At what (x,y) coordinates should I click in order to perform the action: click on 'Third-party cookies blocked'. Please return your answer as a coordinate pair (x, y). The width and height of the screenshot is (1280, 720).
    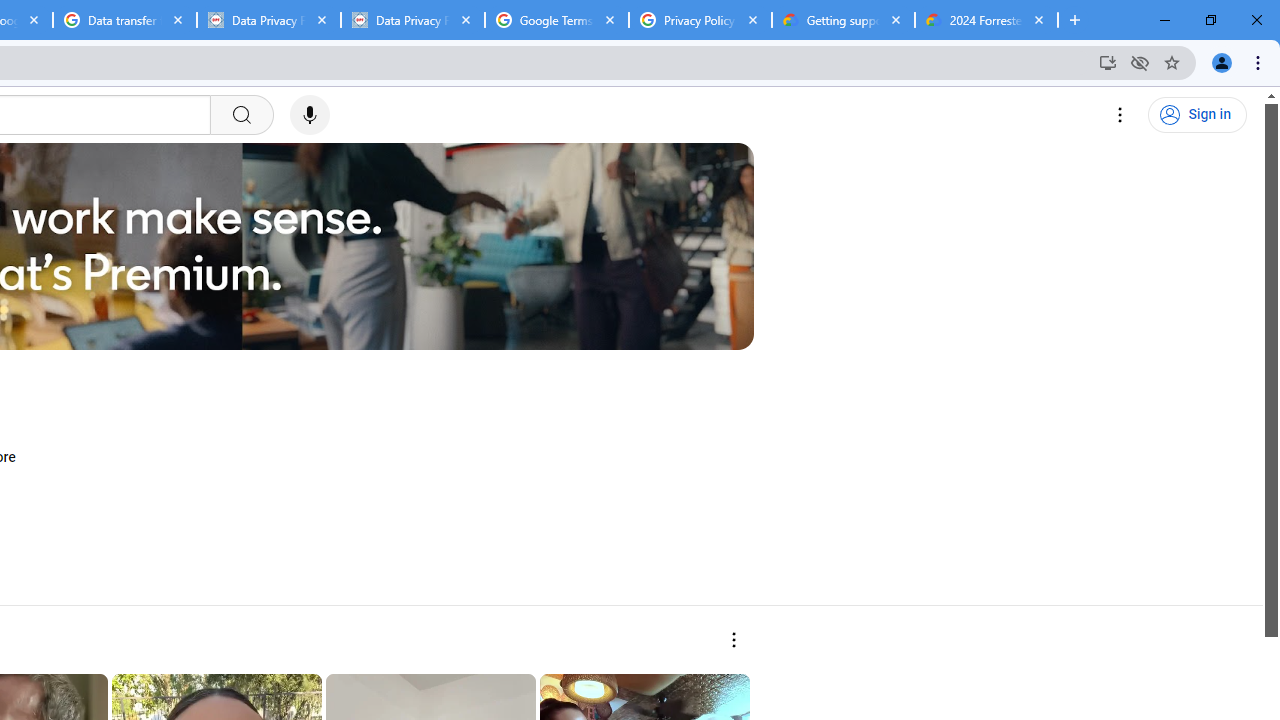
    Looking at the image, I should click on (1139, 61).